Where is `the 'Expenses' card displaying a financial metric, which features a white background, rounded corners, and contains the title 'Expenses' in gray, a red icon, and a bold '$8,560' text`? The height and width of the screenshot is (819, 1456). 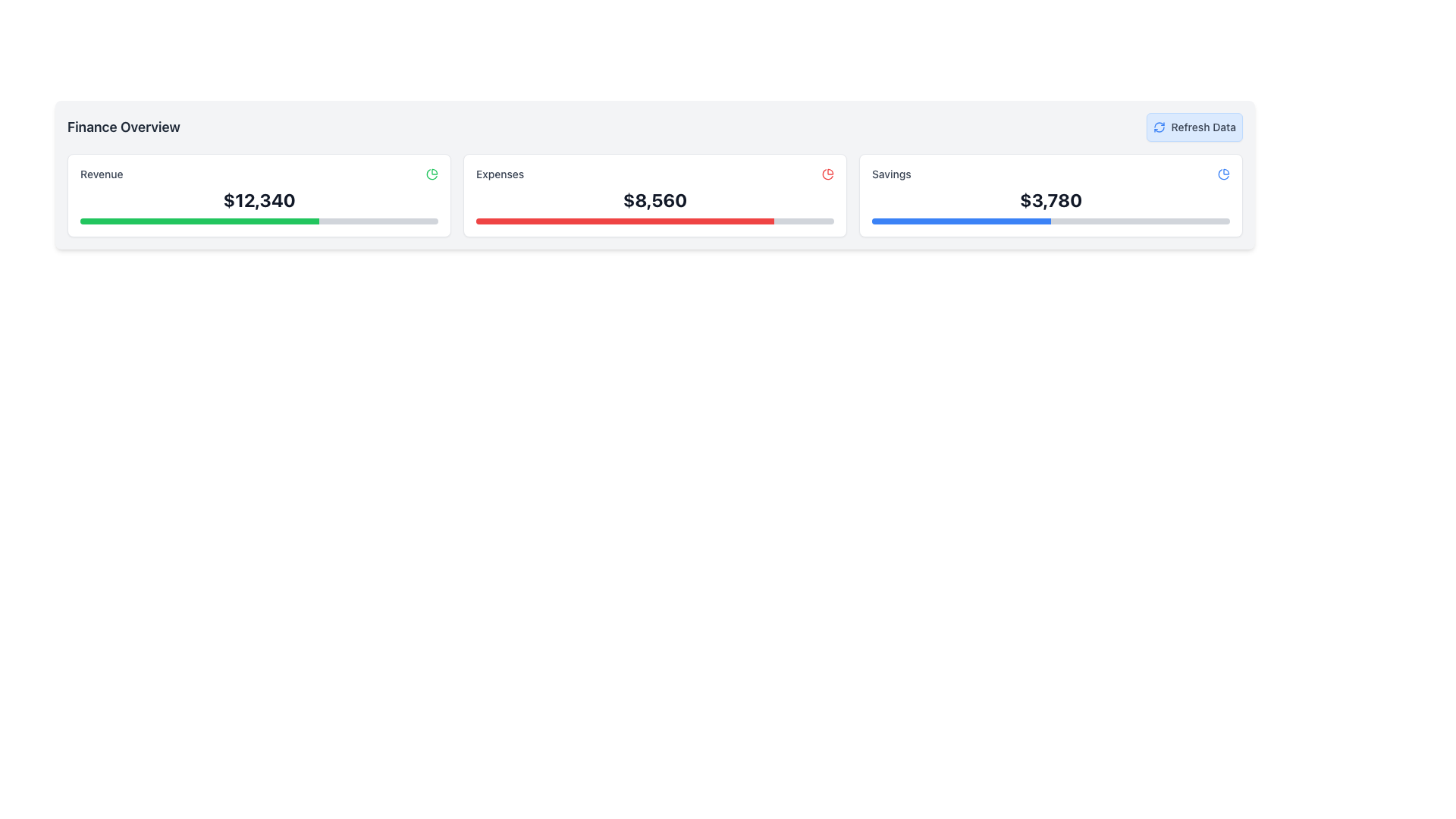 the 'Expenses' card displaying a financial metric, which features a white background, rounded corners, and contains the title 'Expenses' in gray, a red icon, and a bold '$8,560' text is located at coordinates (655, 195).